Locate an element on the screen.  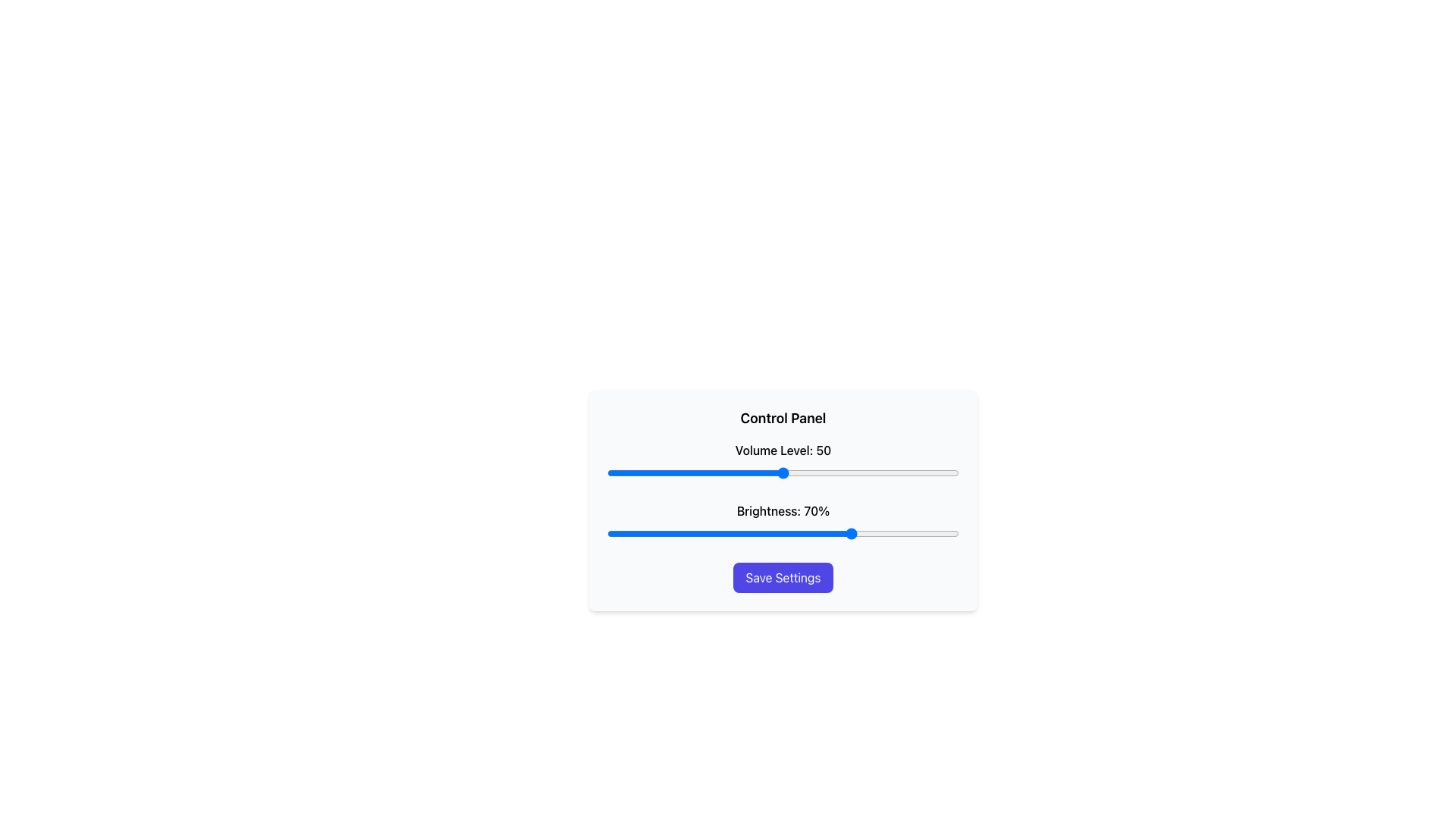
brightness level is located at coordinates (934, 533).